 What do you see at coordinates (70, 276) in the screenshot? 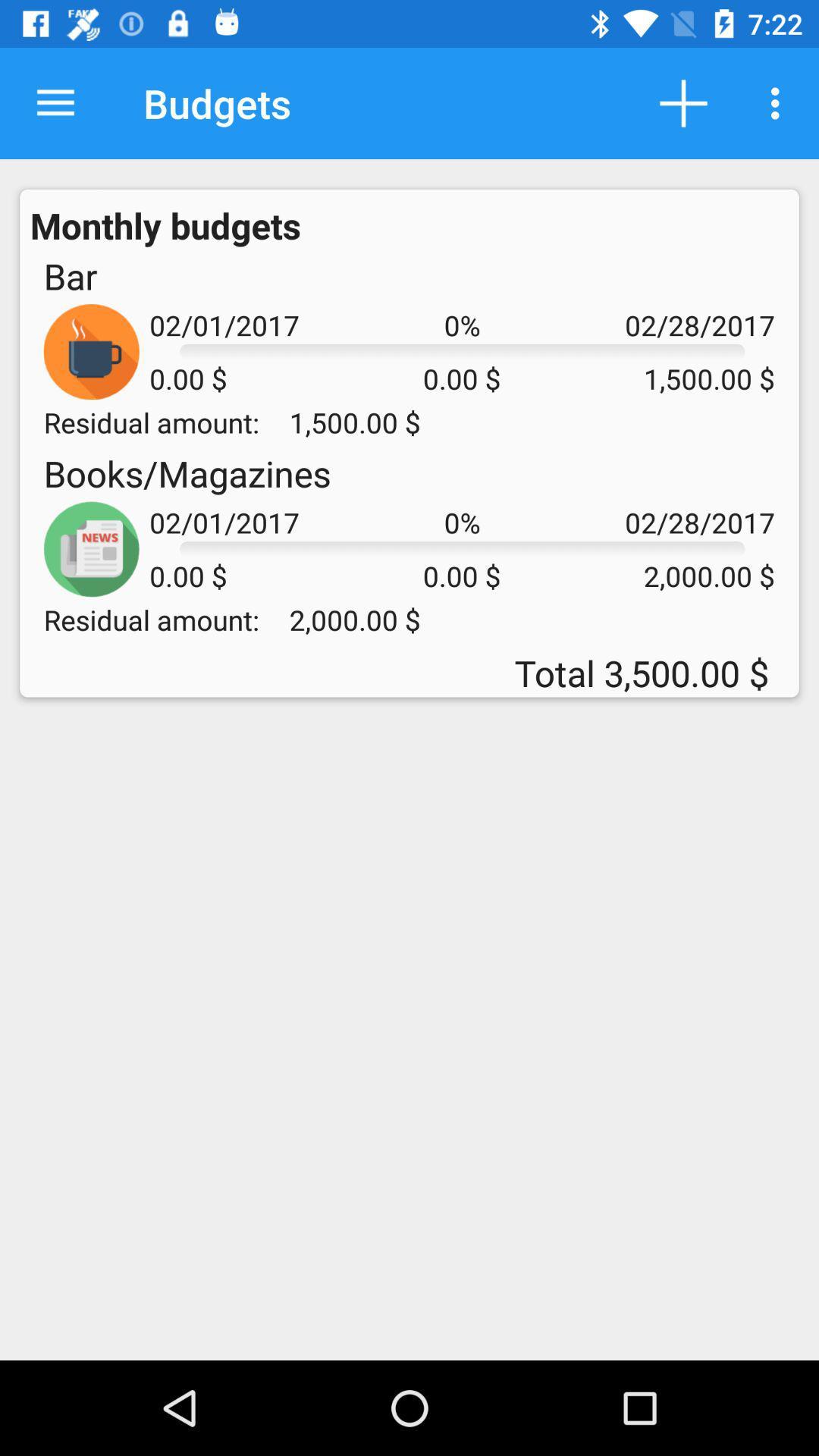
I see `the item below the monthly budgets item` at bounding box center [70, 276].